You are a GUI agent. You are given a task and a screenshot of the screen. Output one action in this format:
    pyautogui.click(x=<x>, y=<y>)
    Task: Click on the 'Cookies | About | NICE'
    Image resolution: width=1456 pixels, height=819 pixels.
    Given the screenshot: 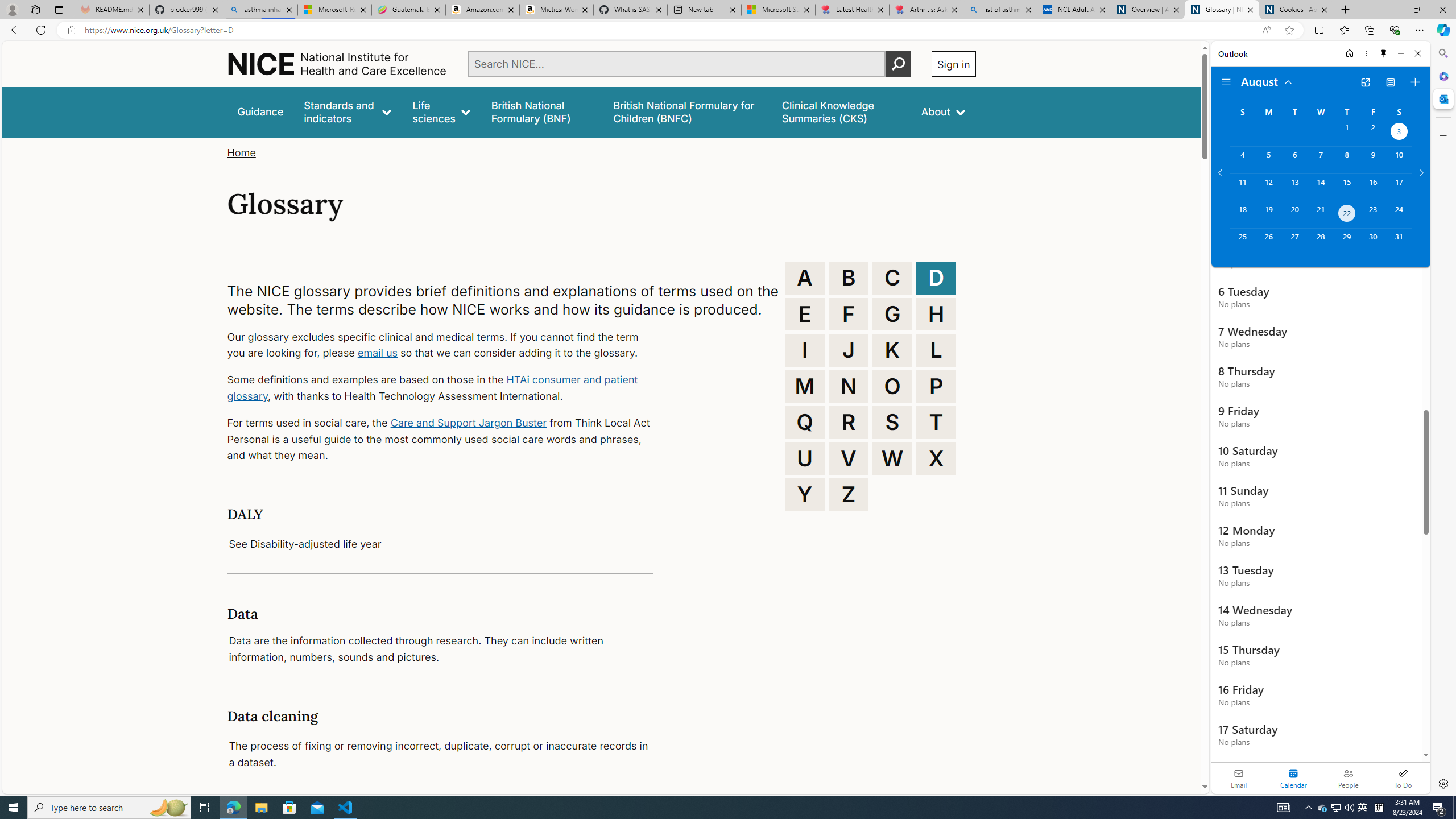 What is the action you would take?
    pyautogui.click(x=1296, y=9)
    